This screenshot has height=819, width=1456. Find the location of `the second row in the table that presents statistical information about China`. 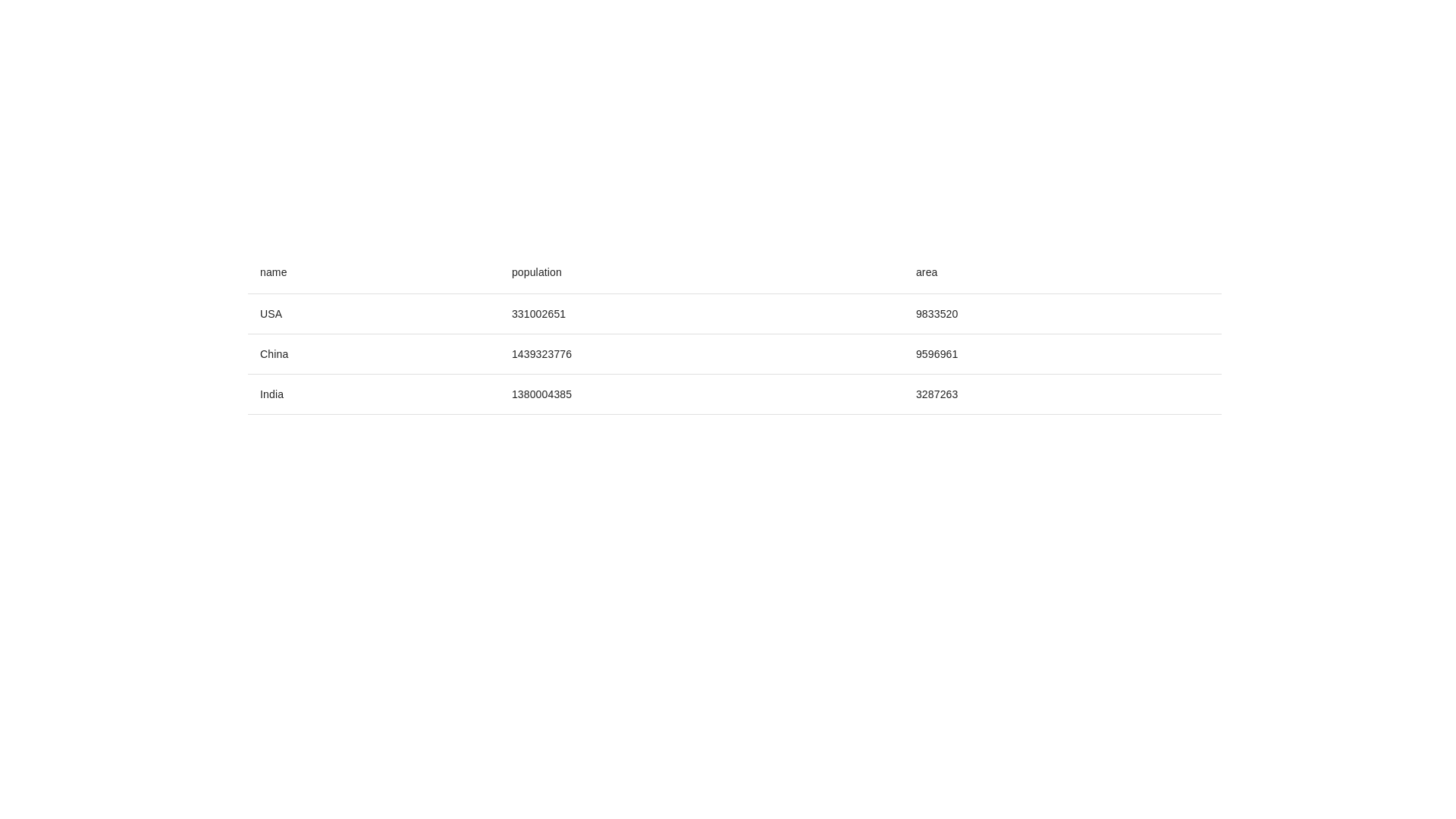

the second row in the table that presents statistical information about China is located at coordinates (735, 353).